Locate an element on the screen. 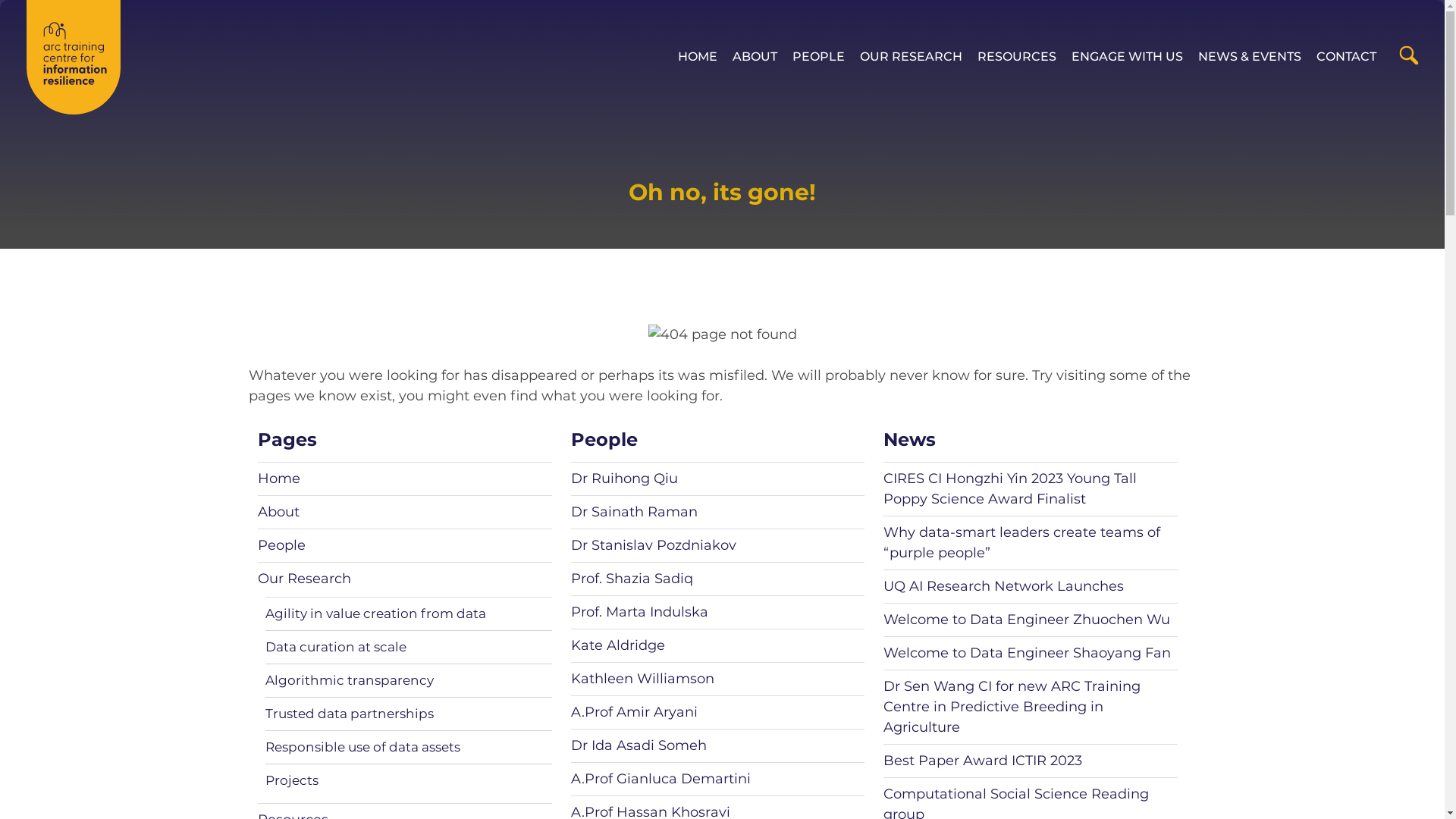 The image size is (1456, 819). 'ABOUT' is located at coordinates (755, 55).